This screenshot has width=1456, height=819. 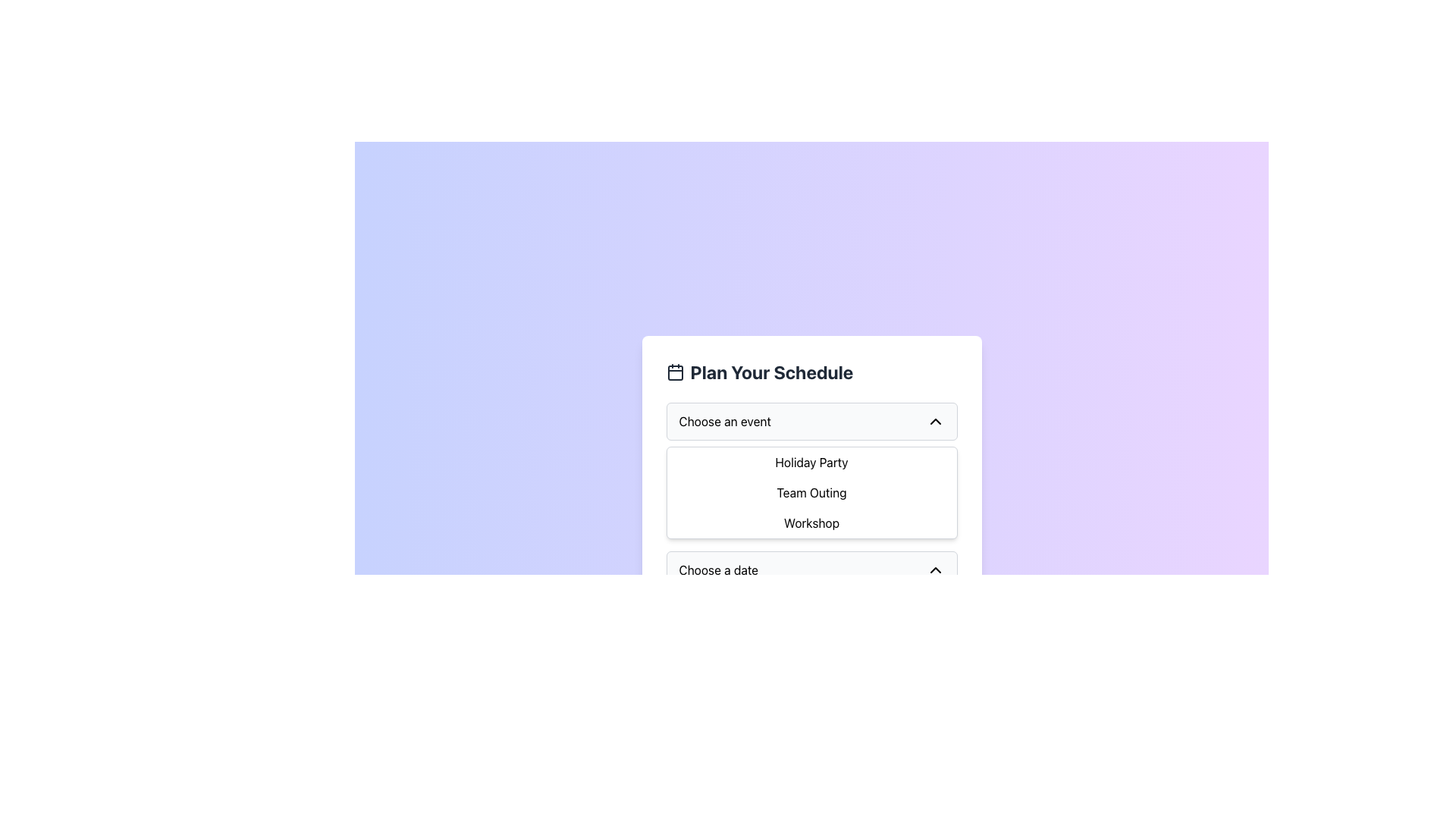 I want to click on the inner square section of the calendar icon located left of the 'Plan Your Schedule' heading, so click(x=674, y=373).